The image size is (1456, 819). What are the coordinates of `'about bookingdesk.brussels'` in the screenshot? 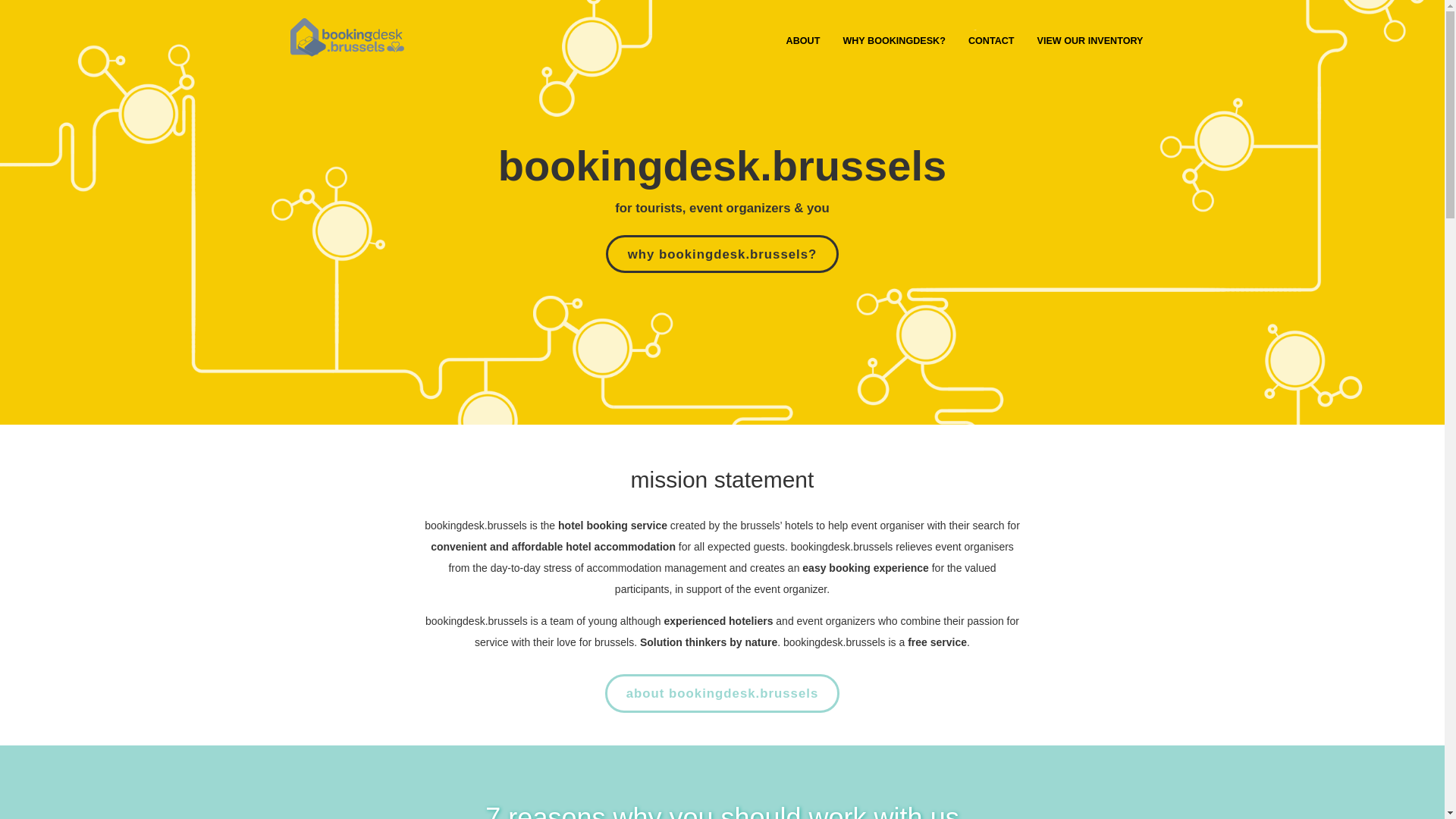 It's located at (722, 693).